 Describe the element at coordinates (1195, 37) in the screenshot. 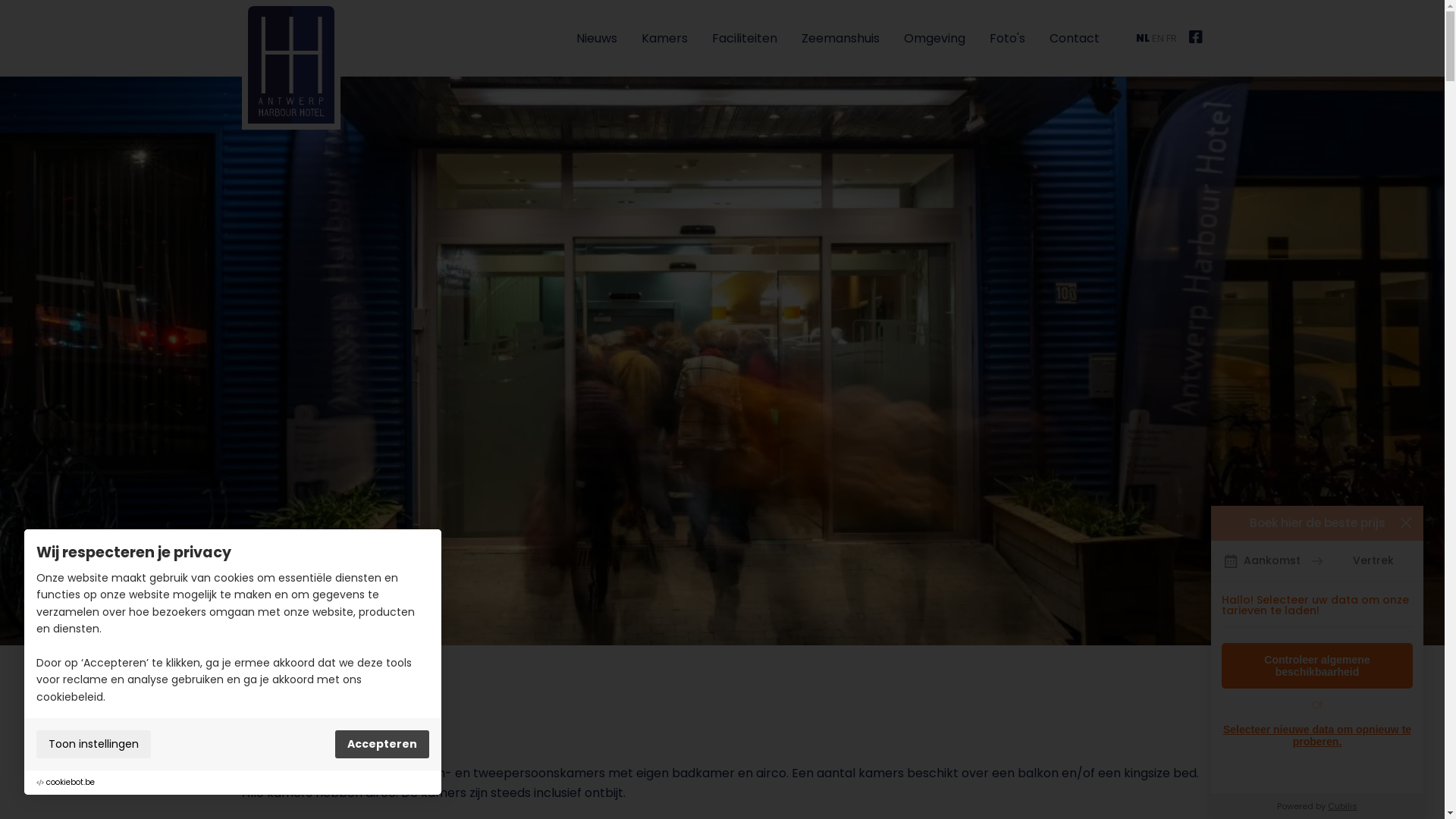

I see `'Facebook'` at that location.